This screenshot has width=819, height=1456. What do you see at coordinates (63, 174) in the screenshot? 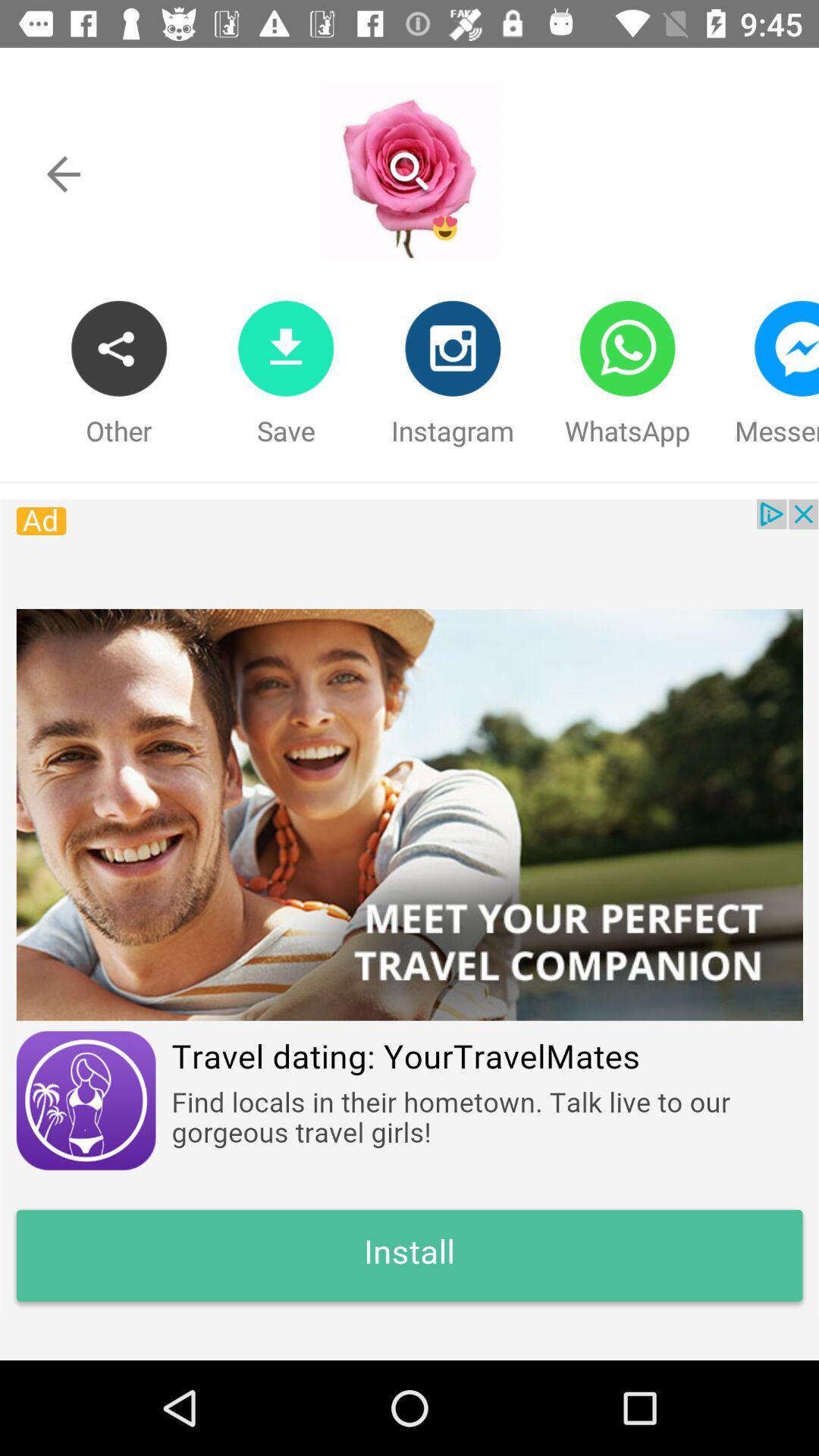
I see `back button` at bounding box center [63, 174].